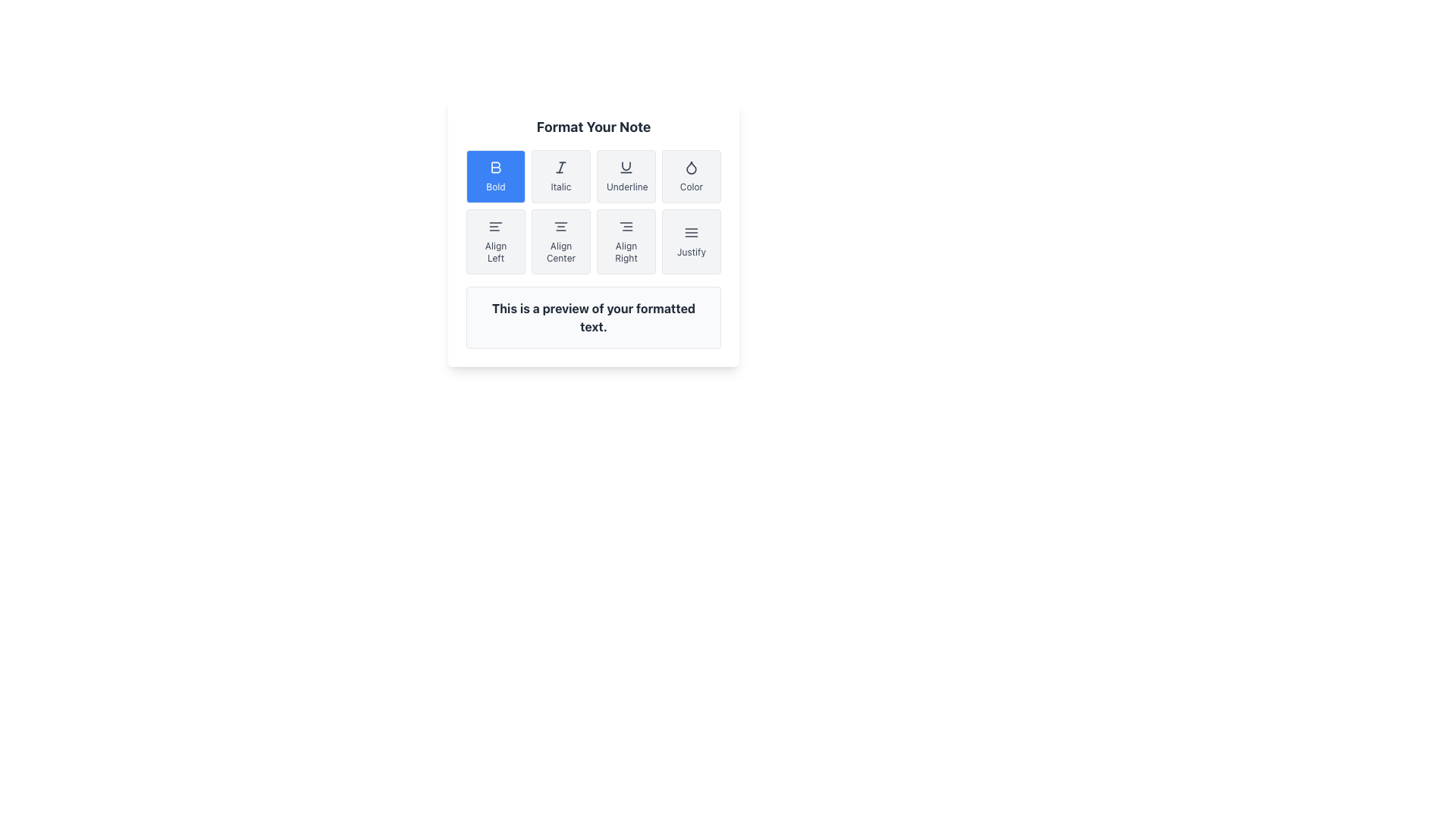 Image resolution: width=1456 pixels, height=819 pixels. I want to click on the text label displaying 'Justify', which is styled in a small, muted font and located below the corresponding justify icon in the 'Format Your Note' section, so click(691, 251).